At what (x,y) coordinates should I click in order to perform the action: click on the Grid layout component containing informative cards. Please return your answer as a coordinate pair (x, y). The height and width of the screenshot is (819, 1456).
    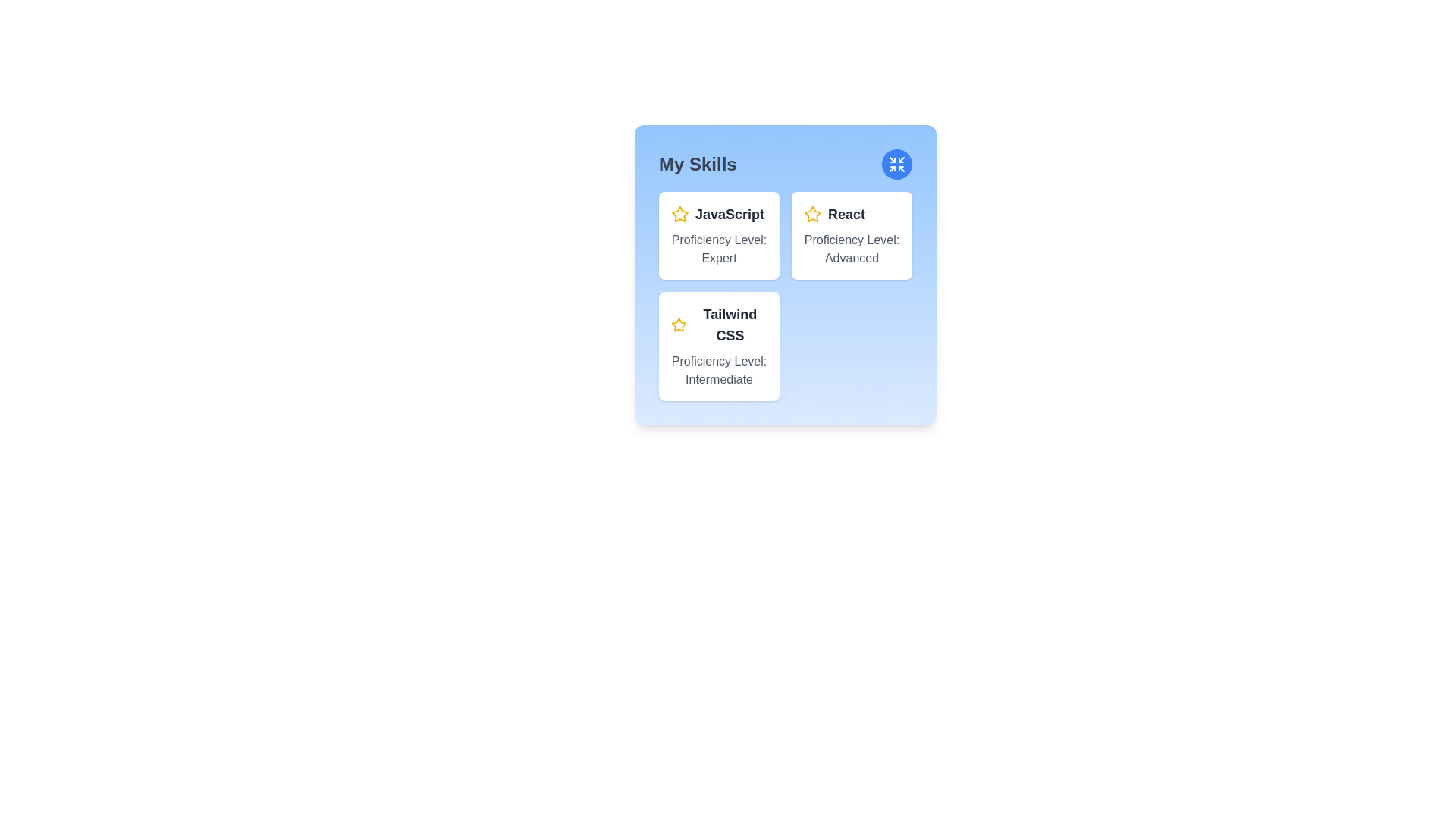
    Looking at the image, I should click on (786, 296).